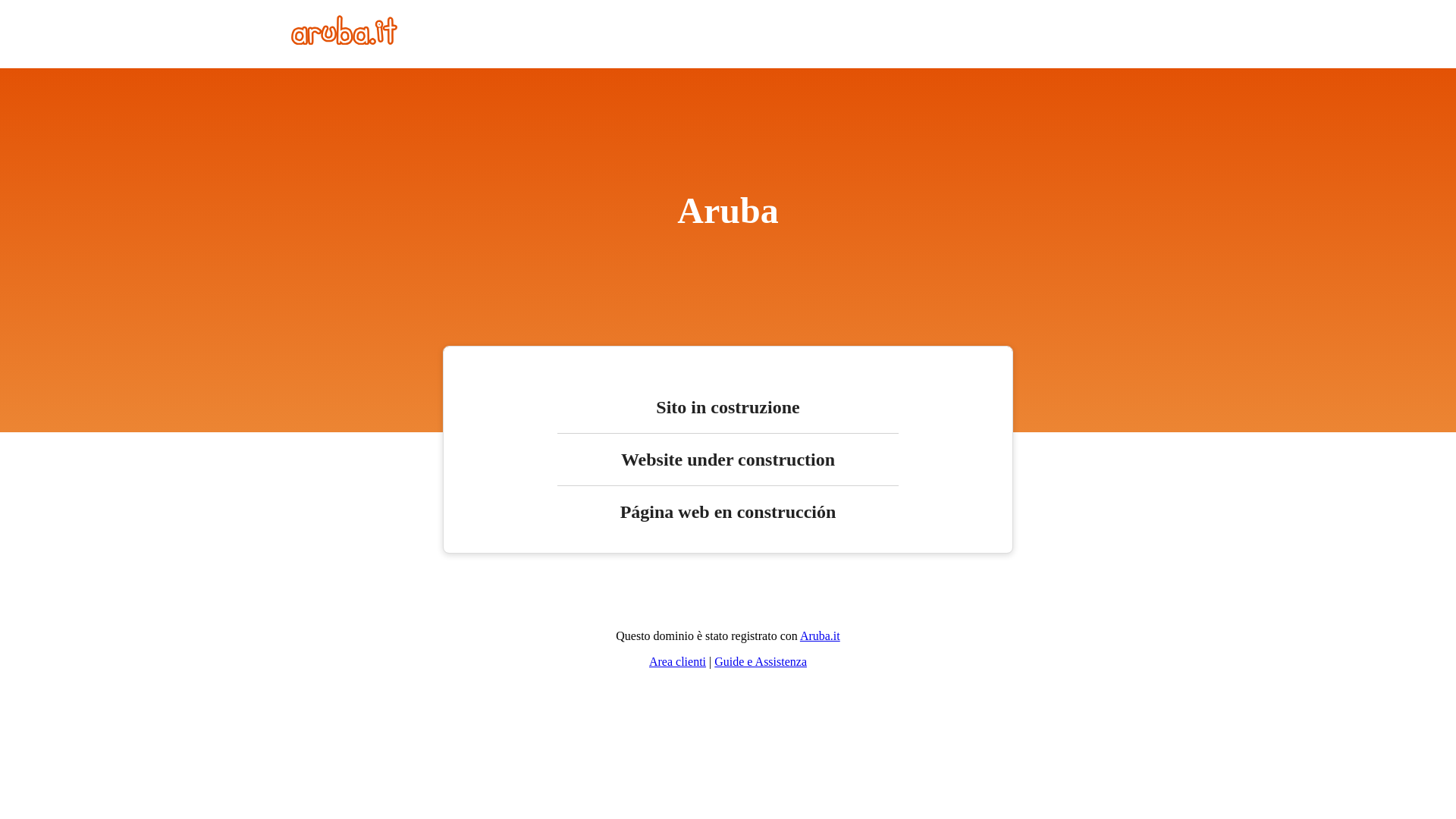 This screenshot has height=819, width=1456. Describe the element at coordinates (676, 661) in the screenshot. I see `'Area clienti'` at that location.